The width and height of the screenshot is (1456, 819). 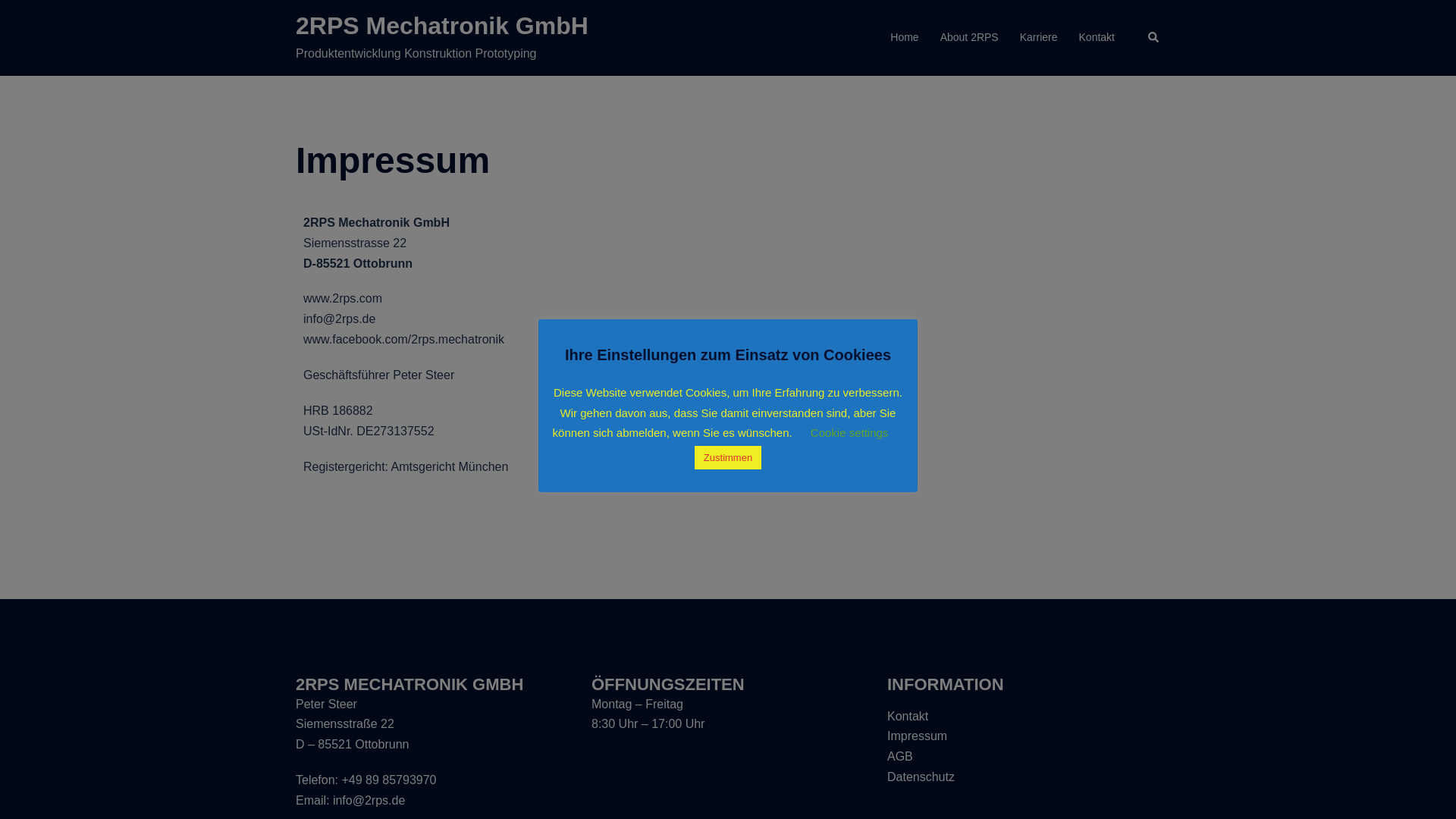 I want to click on '2RPS Mechatronik GmbH', so click(x=441, y=26).